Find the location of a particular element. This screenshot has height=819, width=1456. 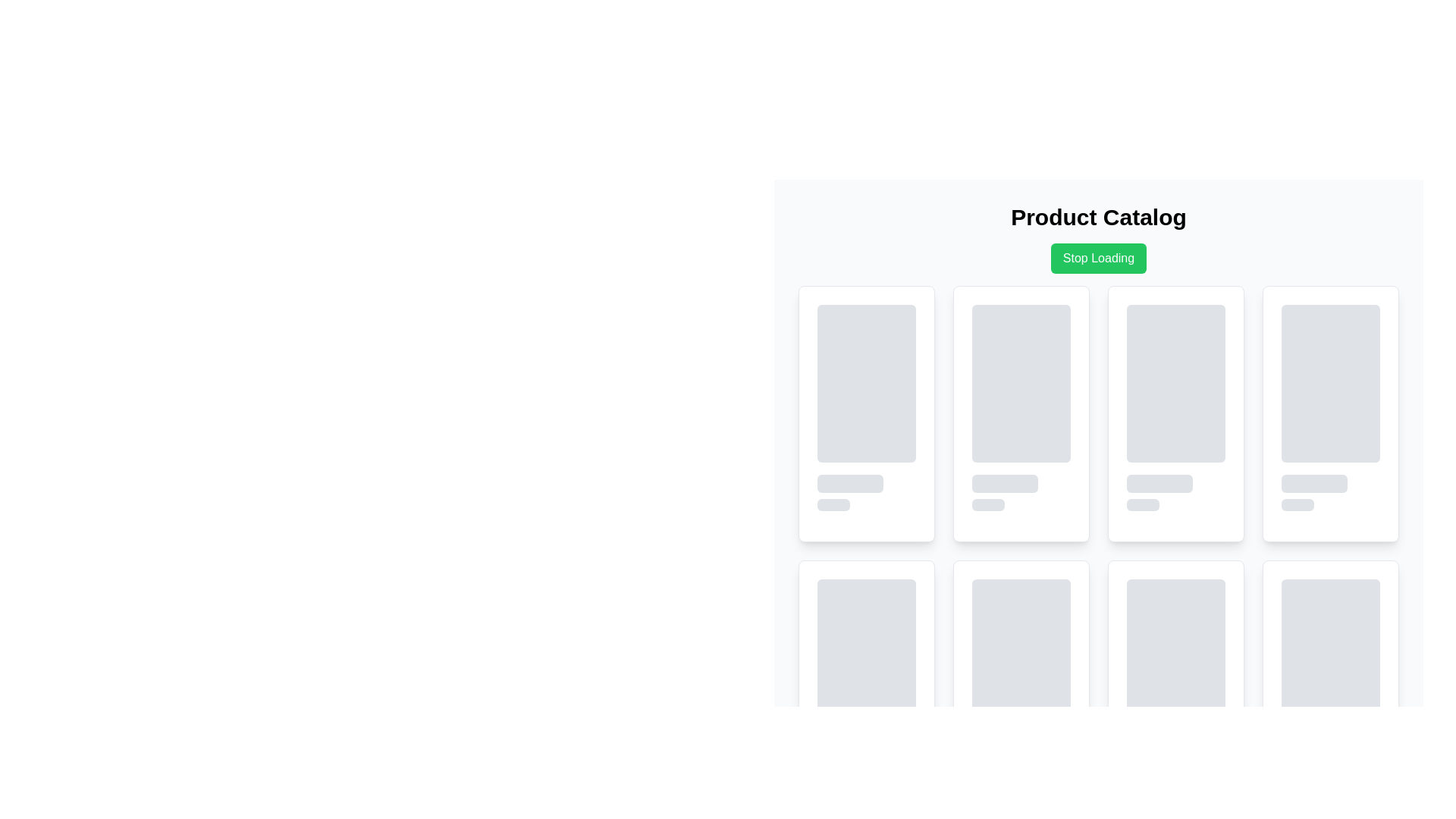

the visual placeholder with a gray background and rounded corners located in the top section of the fourth card from the left in the first row of a grid layout is located at coordinates (1330, 382).